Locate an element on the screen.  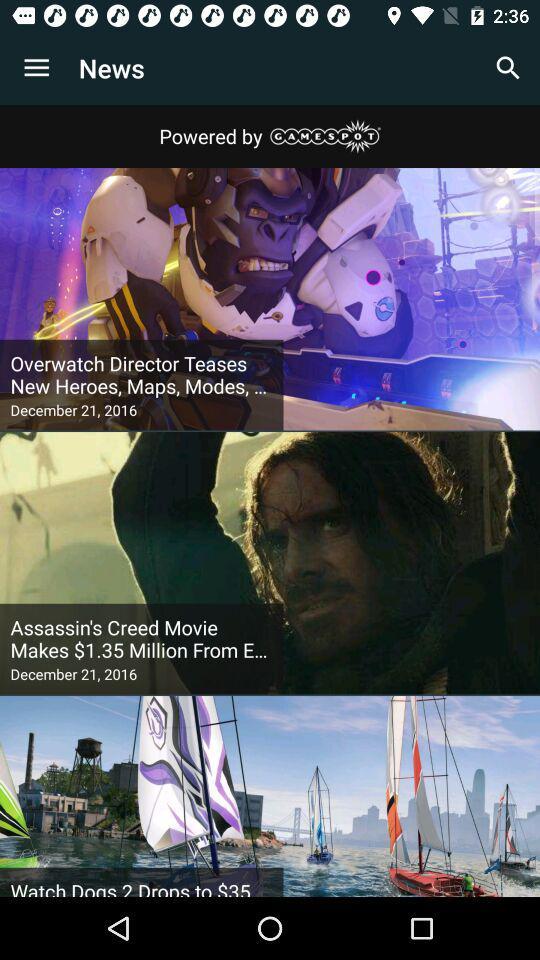
the item above december 21, 2016 icon is located at coordinates (140, 374).